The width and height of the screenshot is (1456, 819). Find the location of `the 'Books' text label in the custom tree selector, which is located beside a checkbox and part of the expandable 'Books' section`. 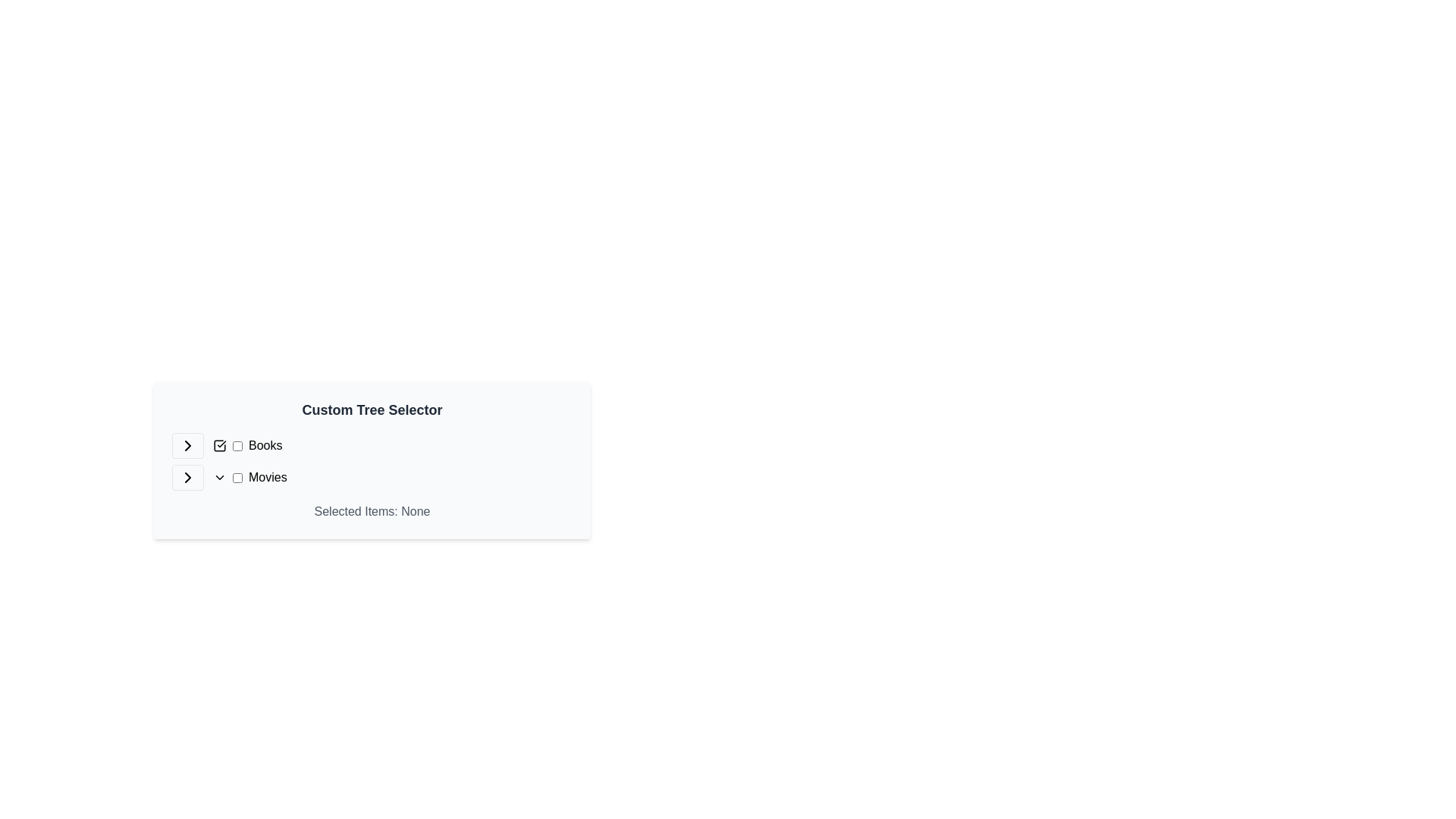

the 'Books' text label in the custom tree selector, which is located beside a checkbox and part of the expandable 'Books' section is located at coordinates (247, 444).